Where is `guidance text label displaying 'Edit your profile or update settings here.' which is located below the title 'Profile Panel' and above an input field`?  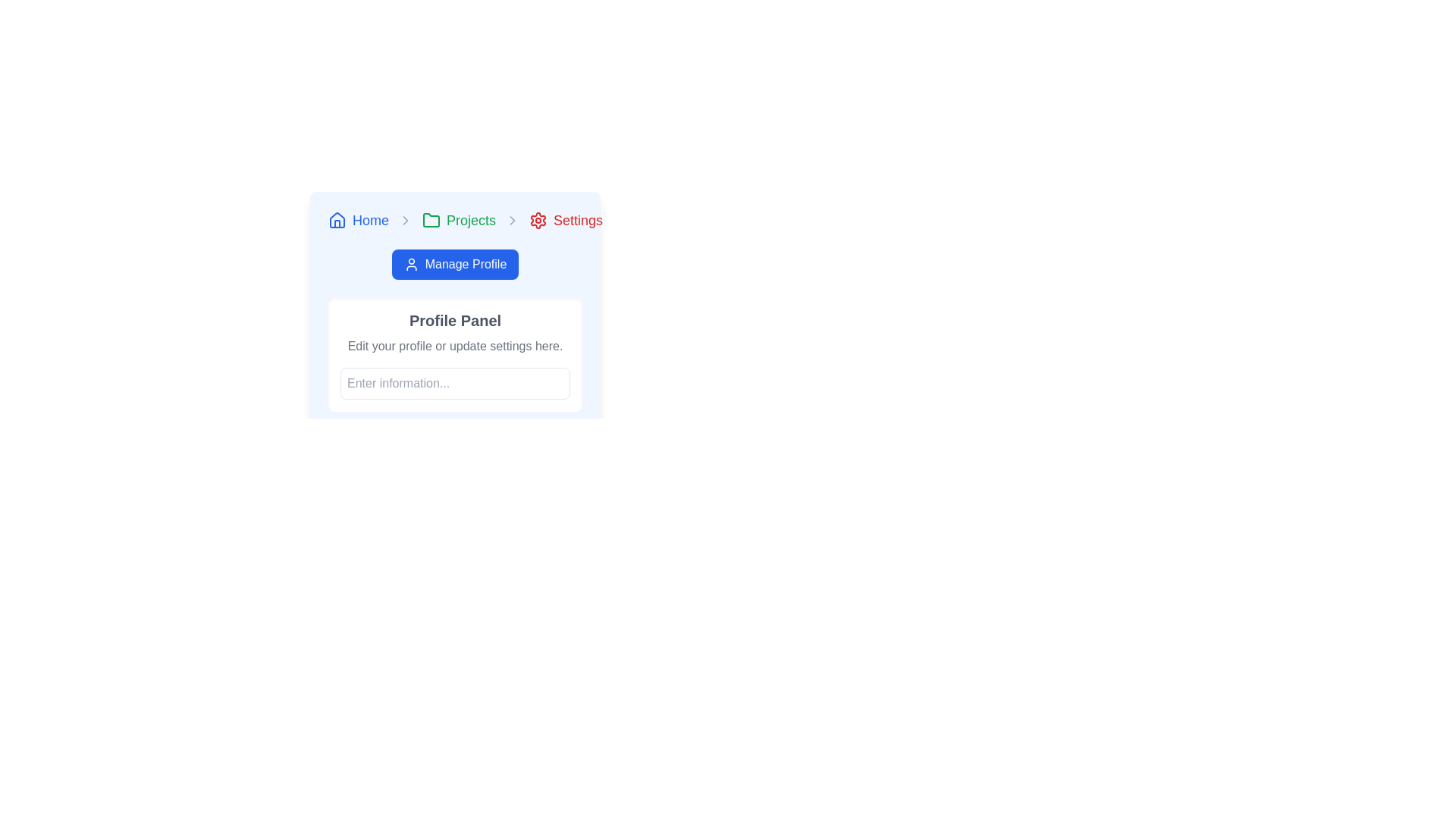
guidance text label displaying 'Edit your profile or update settings here.' which is located below the title 'Profile Panel' and above an input field is located at coordinates (454, 346).